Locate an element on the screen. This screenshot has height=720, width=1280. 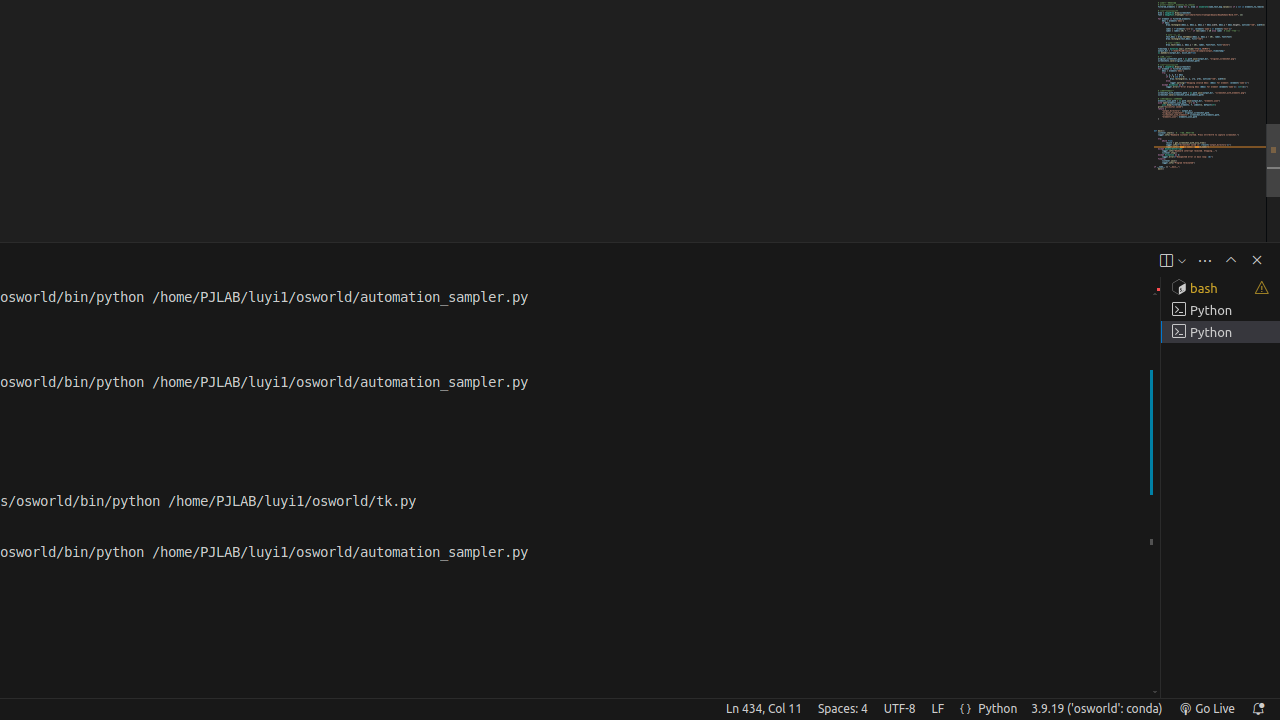
'3.9.19 (' is located at coordinates (1095, 707).